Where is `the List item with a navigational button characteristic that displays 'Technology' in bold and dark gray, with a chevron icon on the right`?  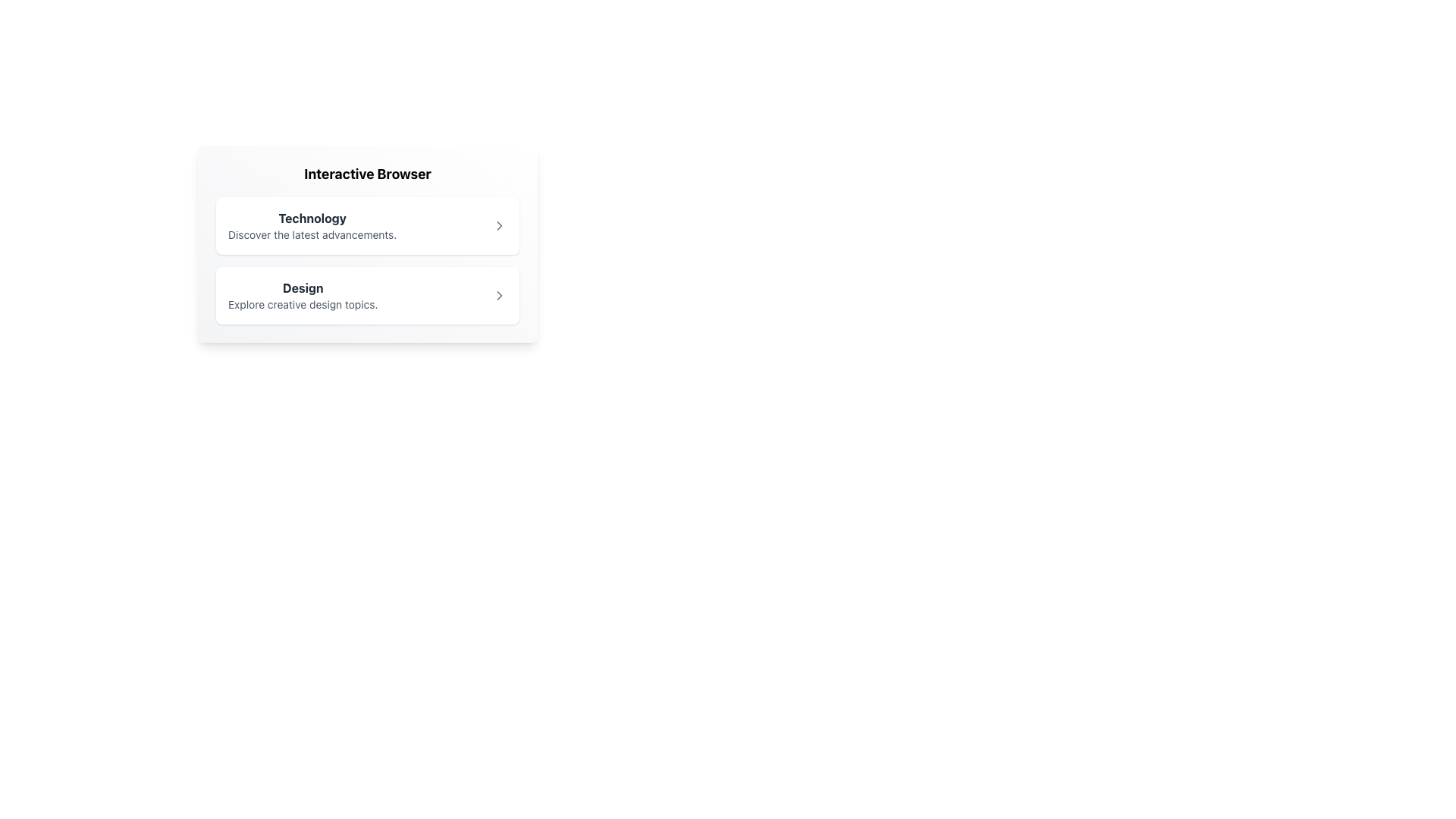
the List item with a navigational button characteristic that displays 'Technology' in bold and dark gray, with a chevron icon on the right is located at coordinates (367, 225).